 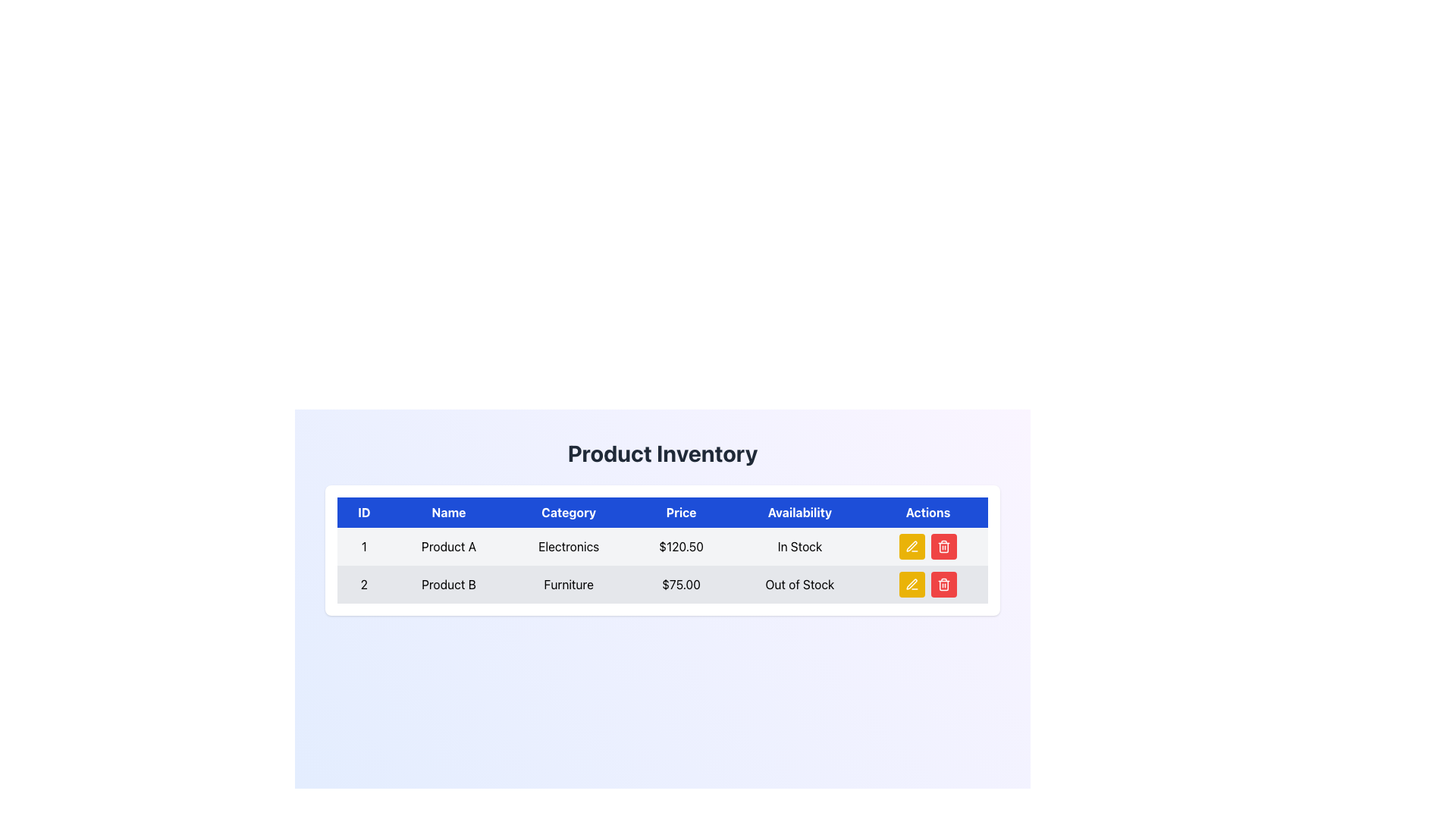 What do you see at coordinates (911, 584) in the screenshot?
I see `the edit icon button resembling a pen with a yellow background in the 'Actions' column of the second row in the 'Product Inventory' table` at bounding box center [911, 584].